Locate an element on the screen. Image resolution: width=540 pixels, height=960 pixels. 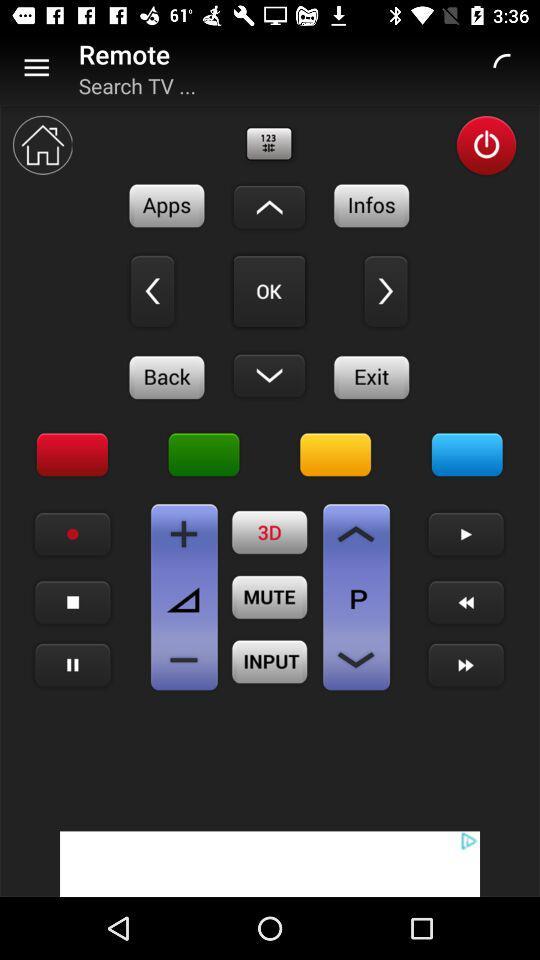
exit the menu is located at coordinates (372, 376).